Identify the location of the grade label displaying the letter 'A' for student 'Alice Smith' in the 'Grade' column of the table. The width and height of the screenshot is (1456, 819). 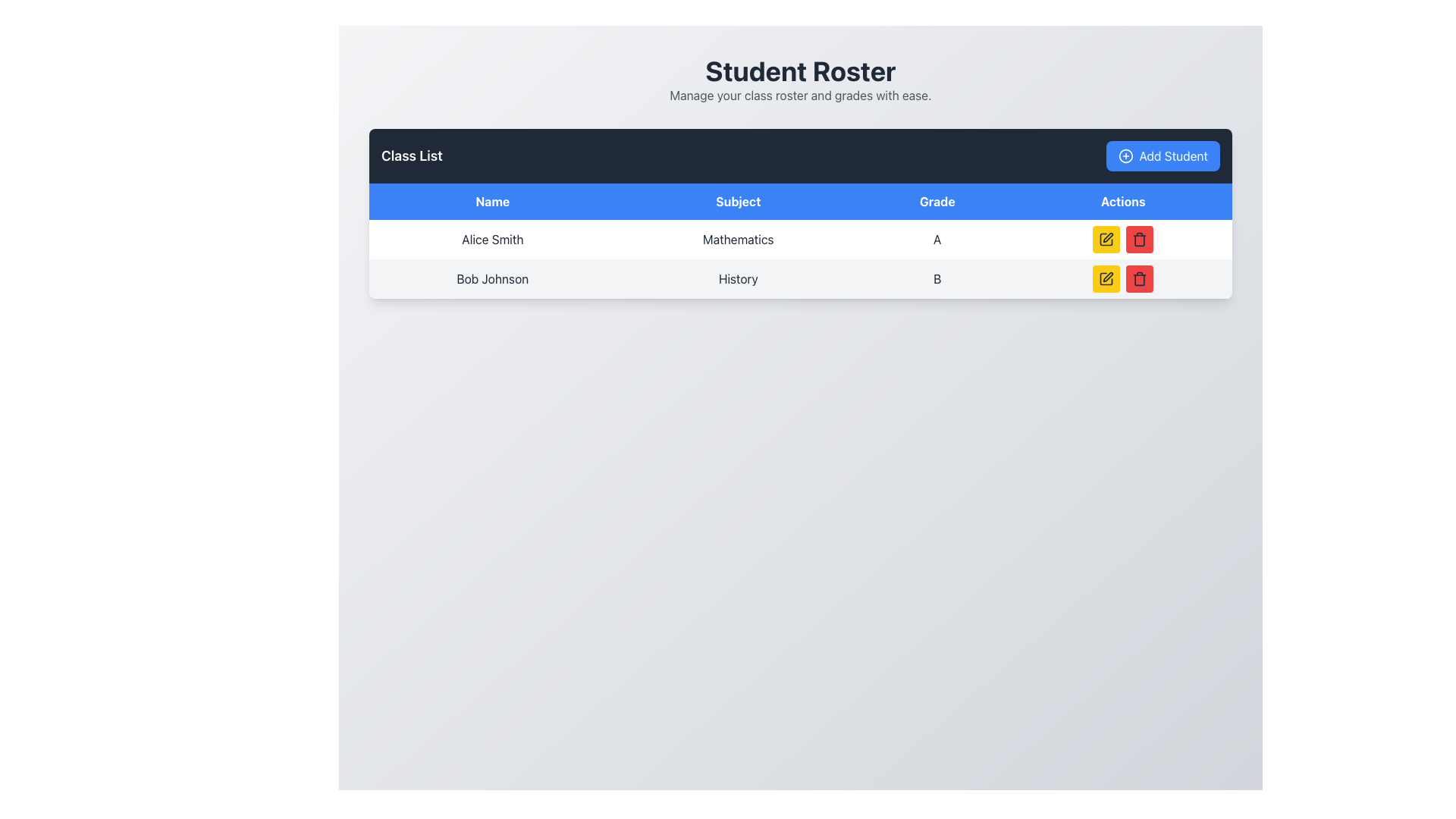
(937, 239).